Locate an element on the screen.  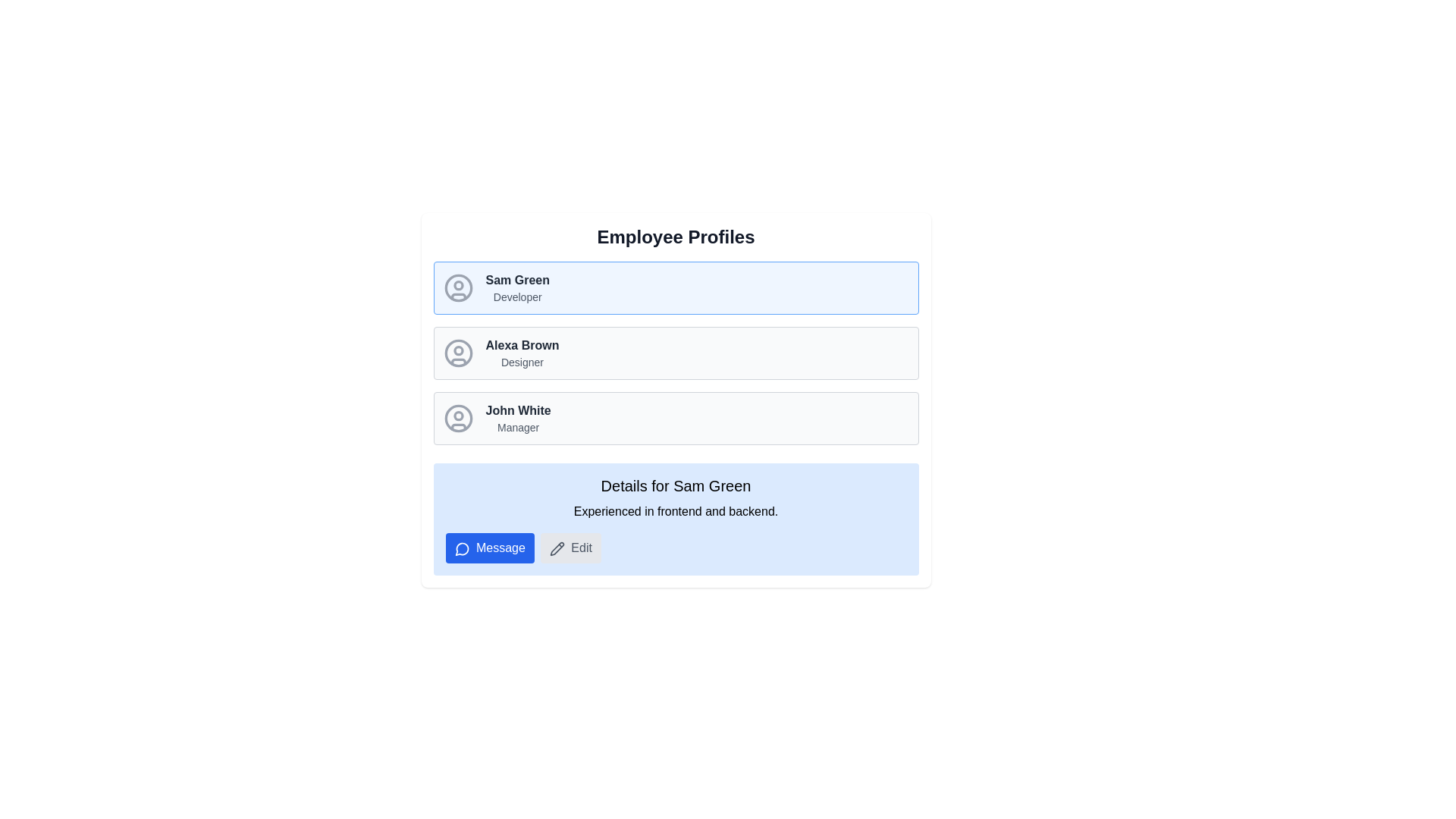
the blue 'Message' button with white text and a message icon is located at coordinates (490, 548).